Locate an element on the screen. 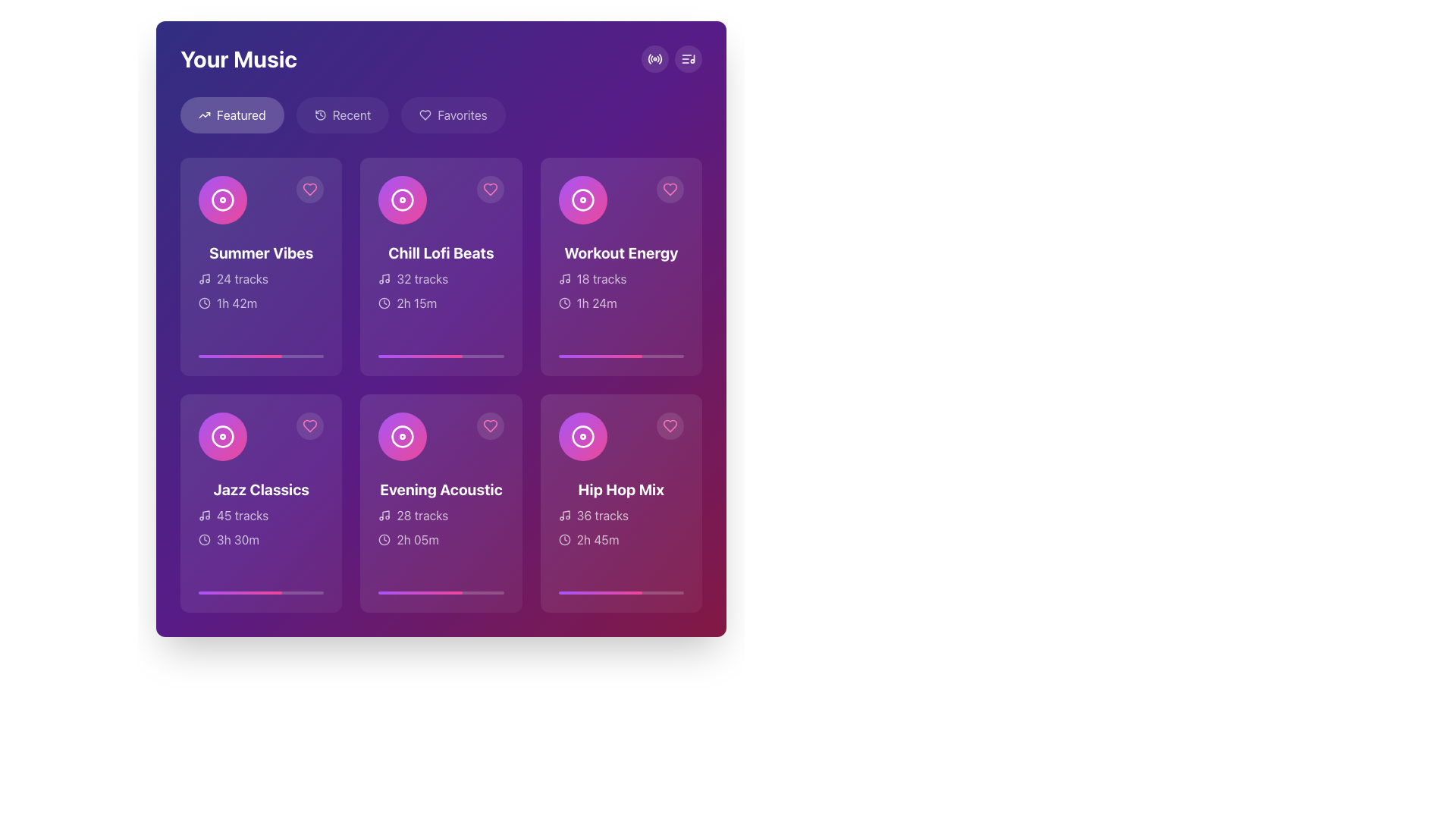 This screenshot has width=1456, height=819. the heart icon in the top-right corner of the 'Evening Acoustic' music card is located at coordinates (490, 426).